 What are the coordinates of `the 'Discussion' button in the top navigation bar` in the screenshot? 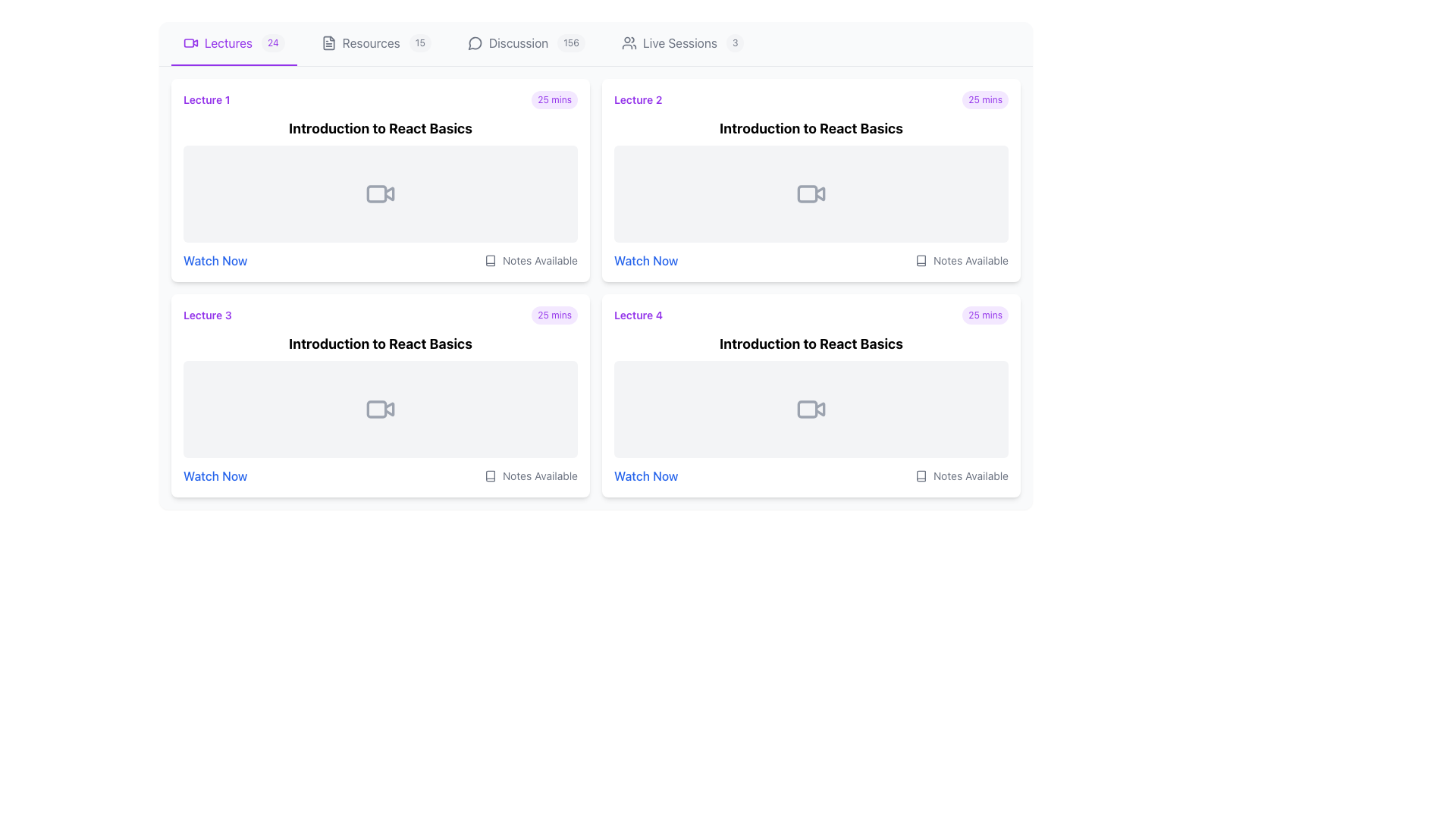 It's located at (526, 42).